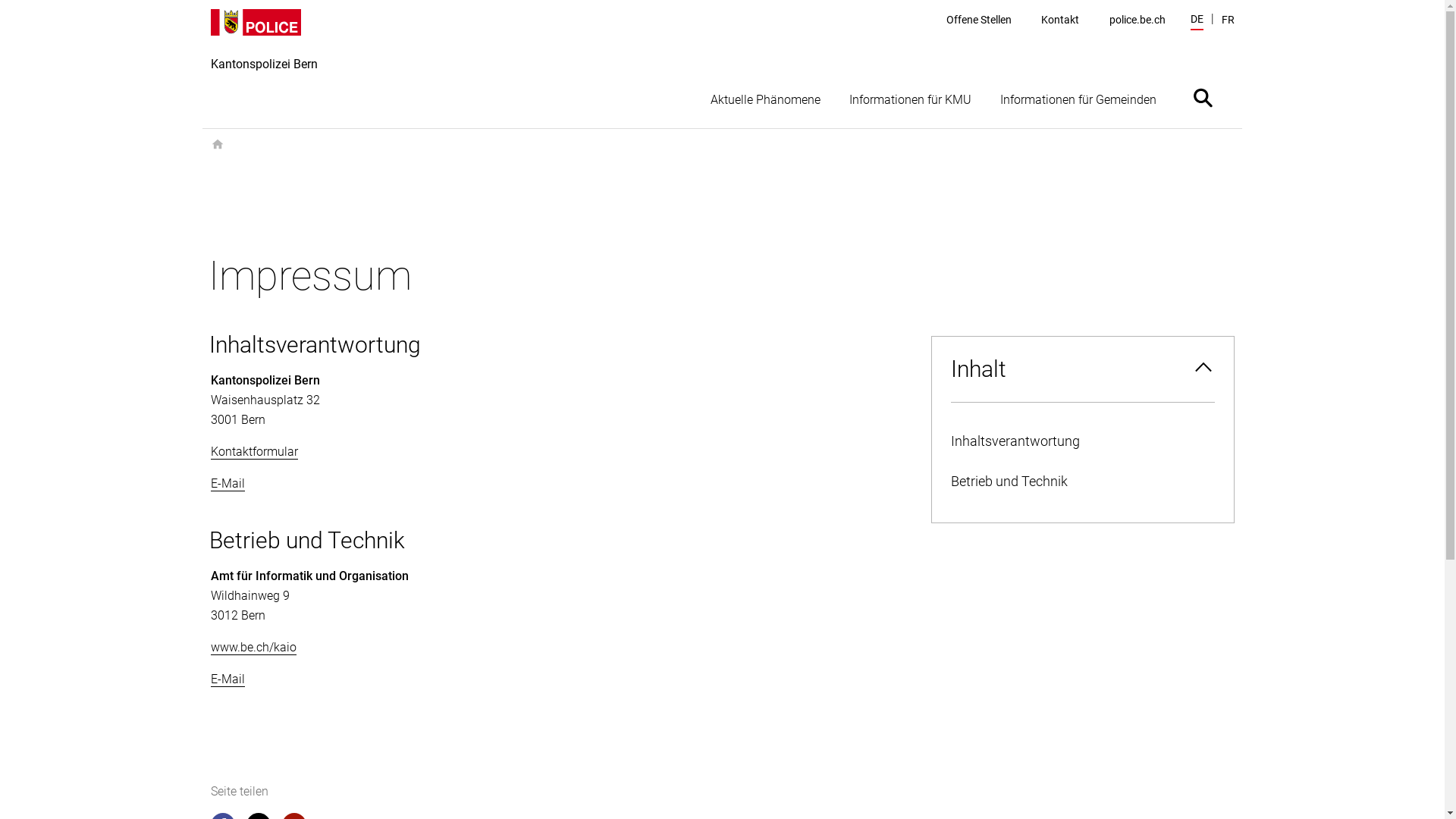 This screenshot has width=1456, height=819. Describe the element at coordinates (253, 647) in the screenshot. I see `'www.be.ch/kaio'` at that location.